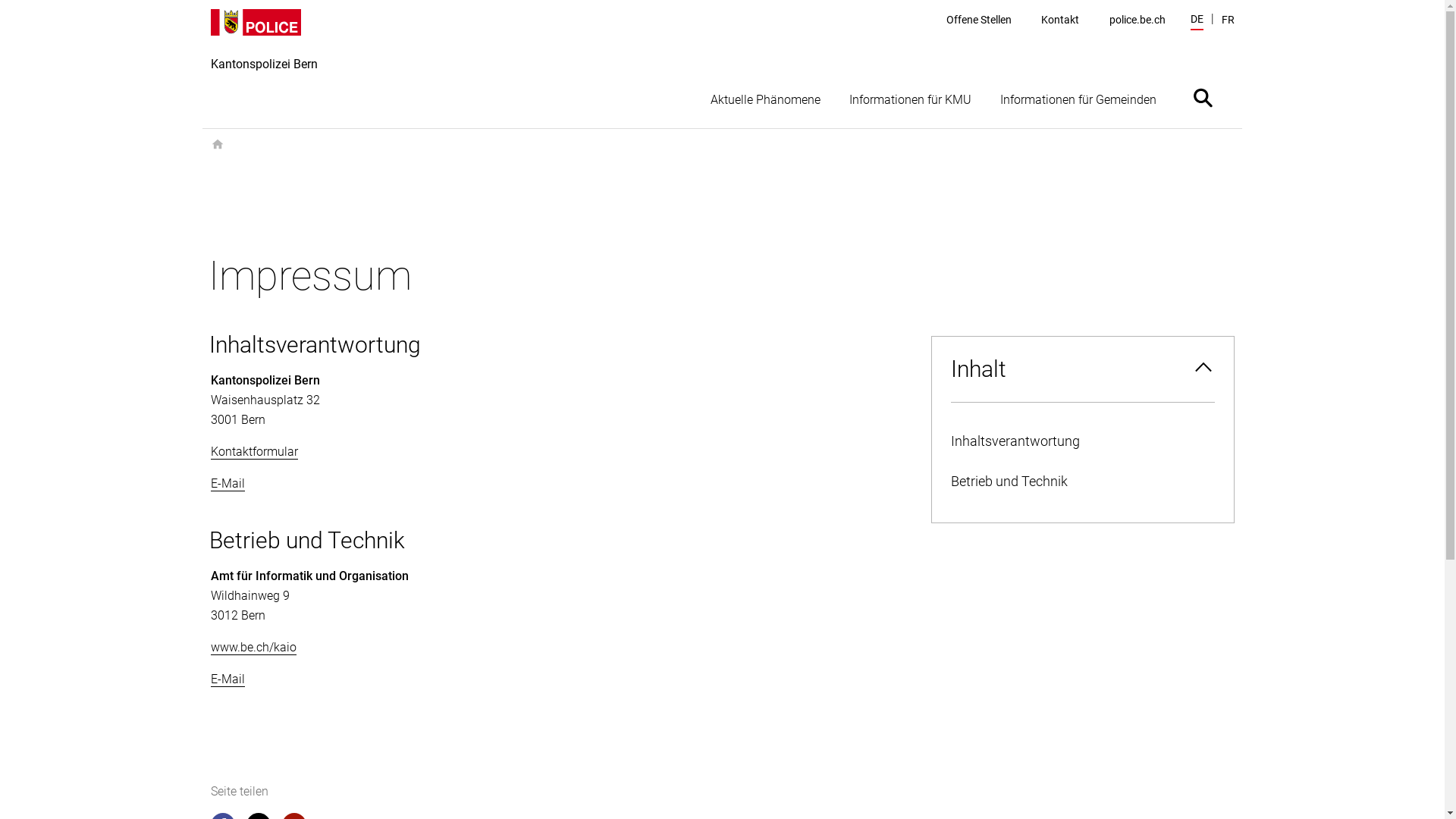 This screenshot has width=1456, height=819. Describe the element at coordinates (253, 647) in the screenshot. I see `'www.be.ch/kaio'` at that location.